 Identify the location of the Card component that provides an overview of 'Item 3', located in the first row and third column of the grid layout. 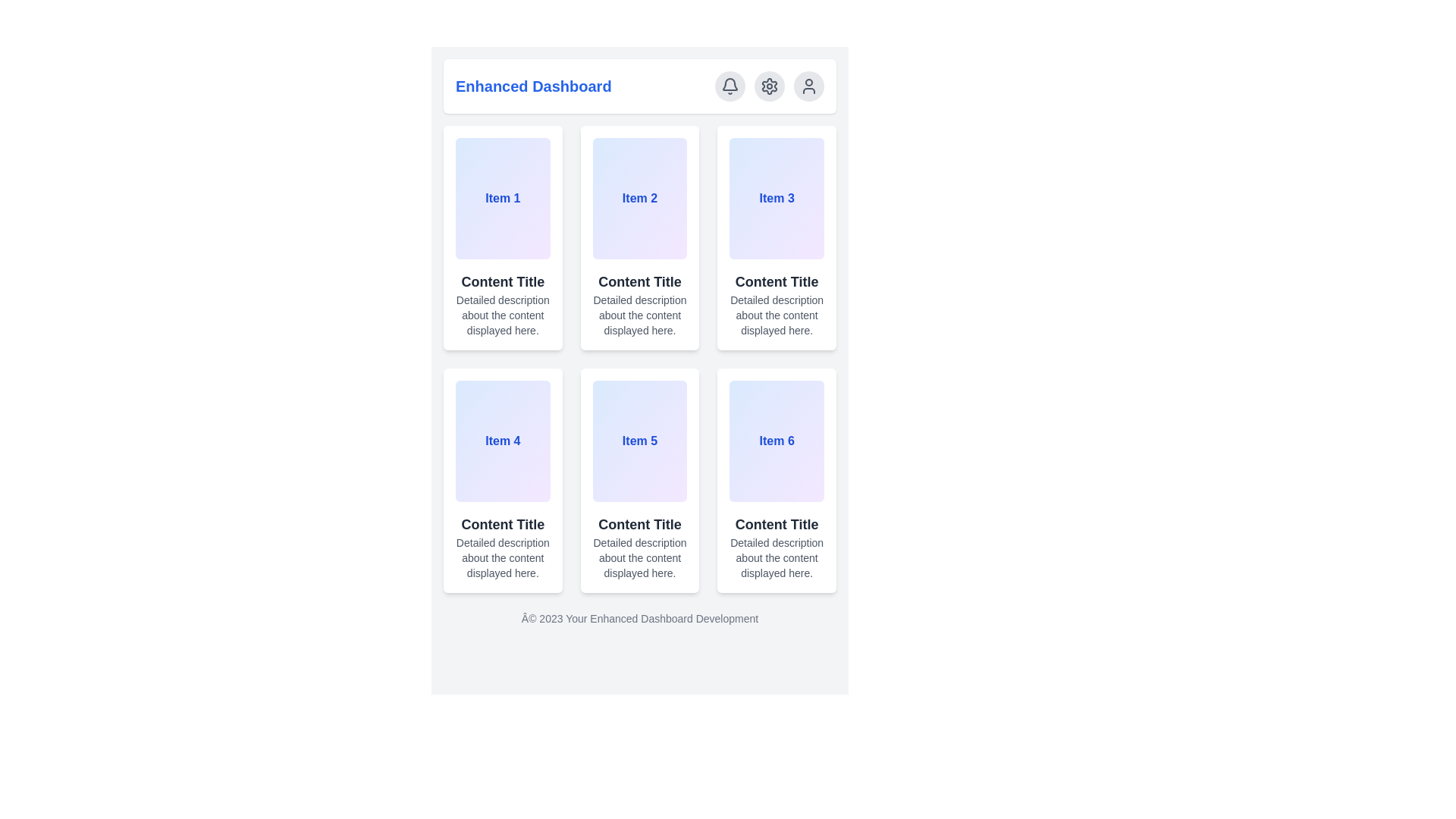
(777, 237).